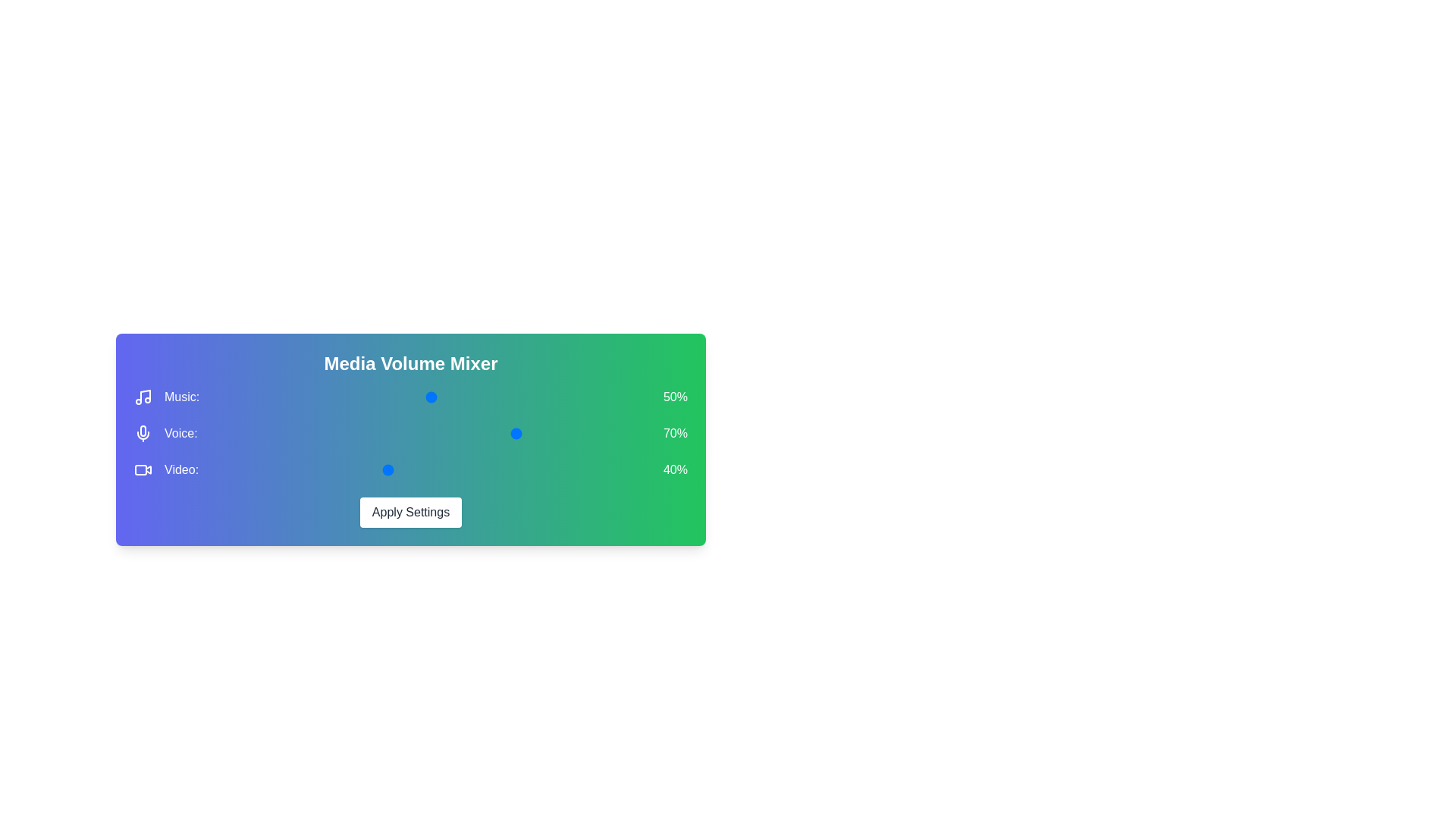  I want to click on the 0 volume to 13% by moving the corresponding slider, so click(459, 397).